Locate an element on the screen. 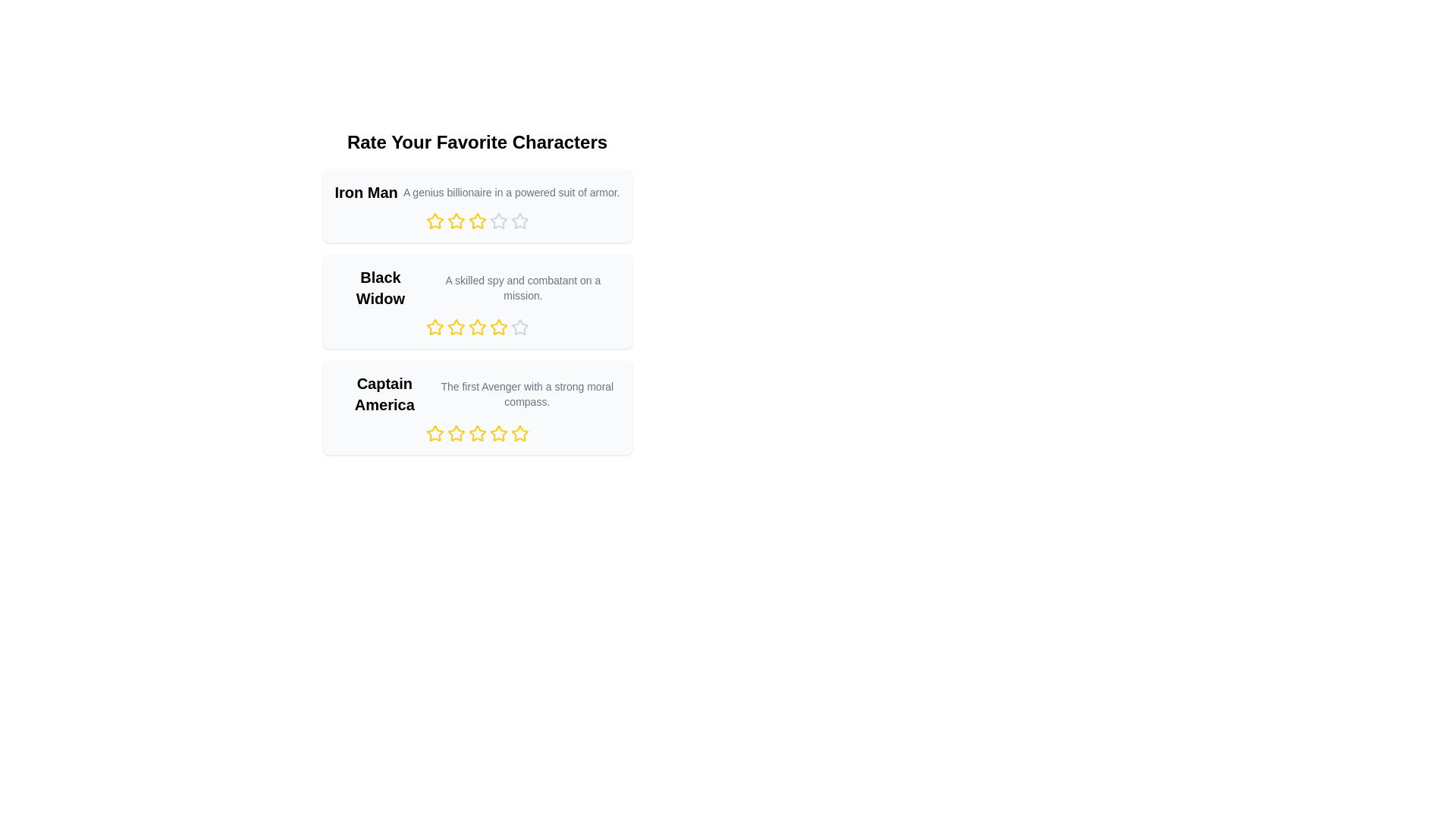  from the fourth star icon in the rating row for 'Captain America' is located at coordinates (498, 433).